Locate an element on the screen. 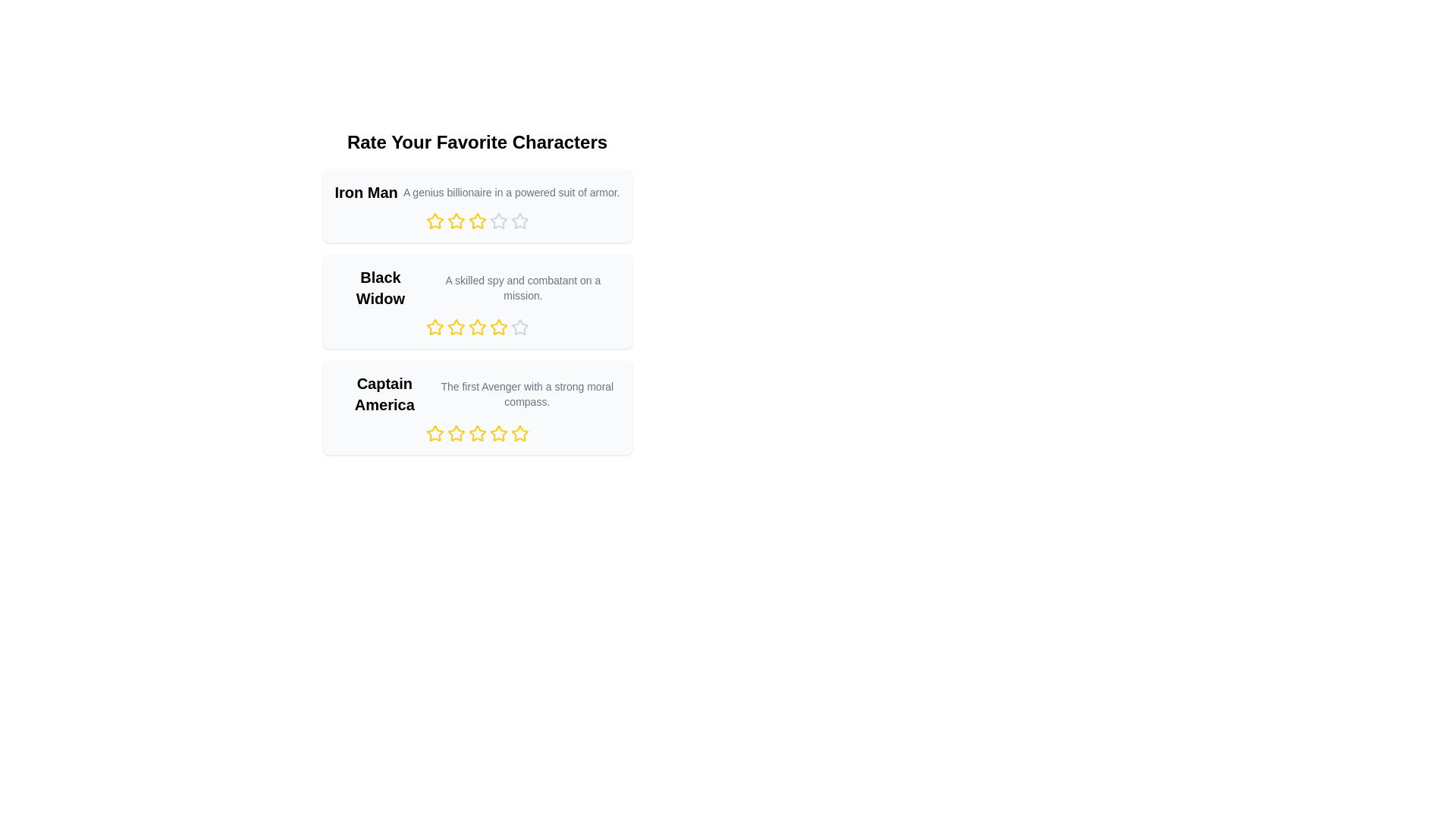  from the fourth star icon in the rating row for 'Captain America' is located at coordinates (498, 433).